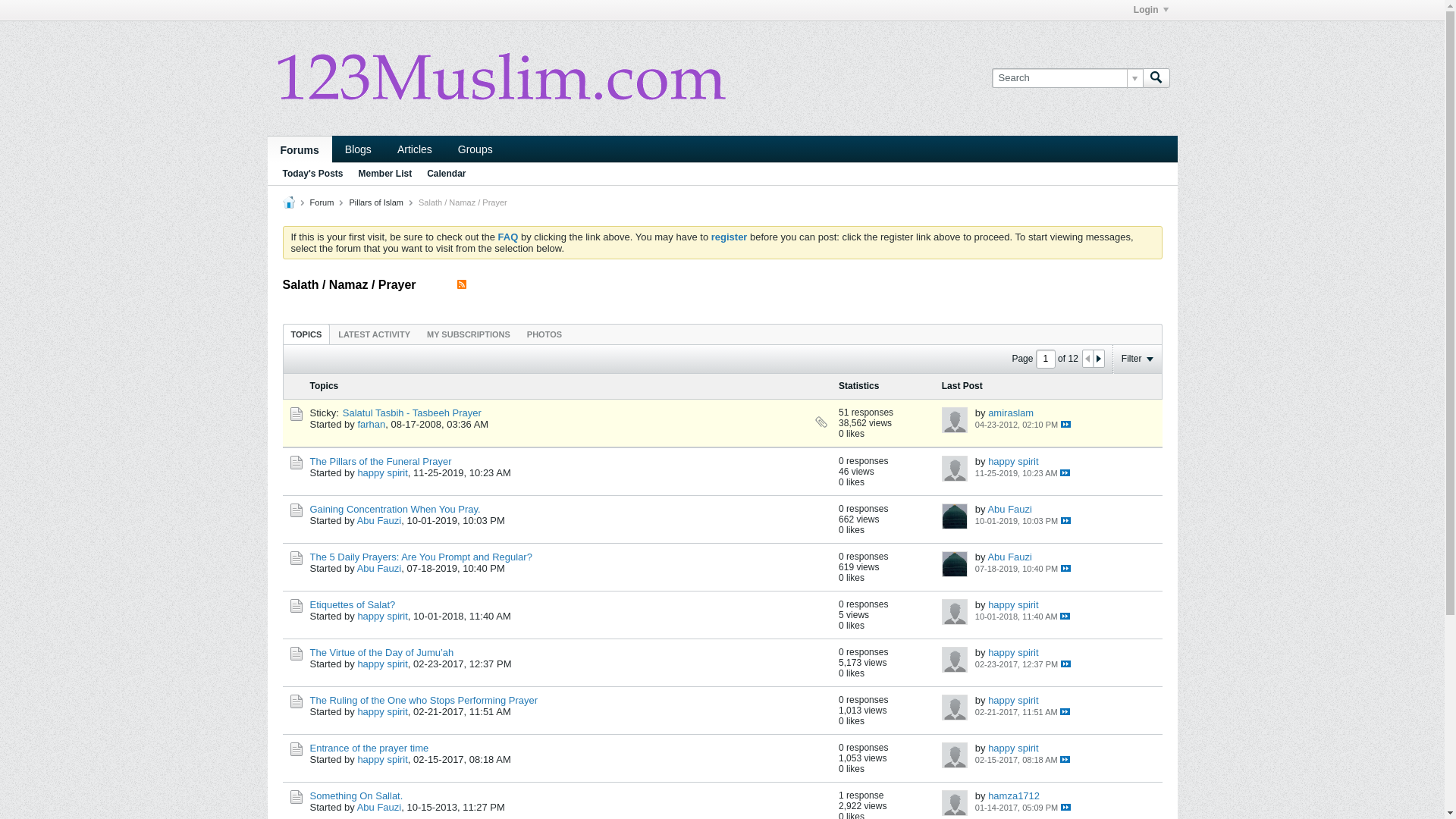  What do you see at coordinates (351, 604) in the screenshot?
I see `'Etiquettes of Salat?'` at bounding box center [351, 604].